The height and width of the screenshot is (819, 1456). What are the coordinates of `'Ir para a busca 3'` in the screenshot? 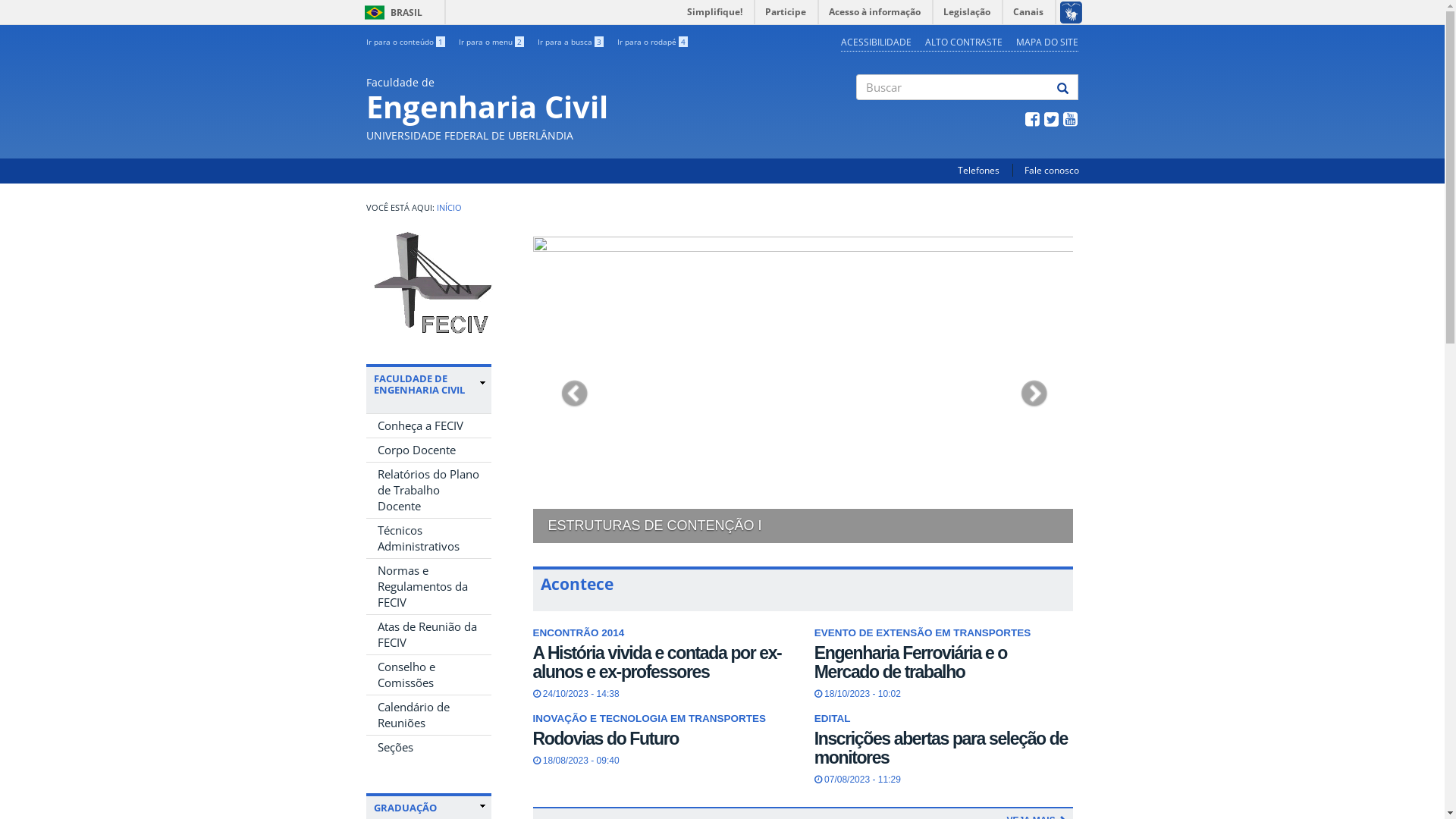 It's located at (569, 40).